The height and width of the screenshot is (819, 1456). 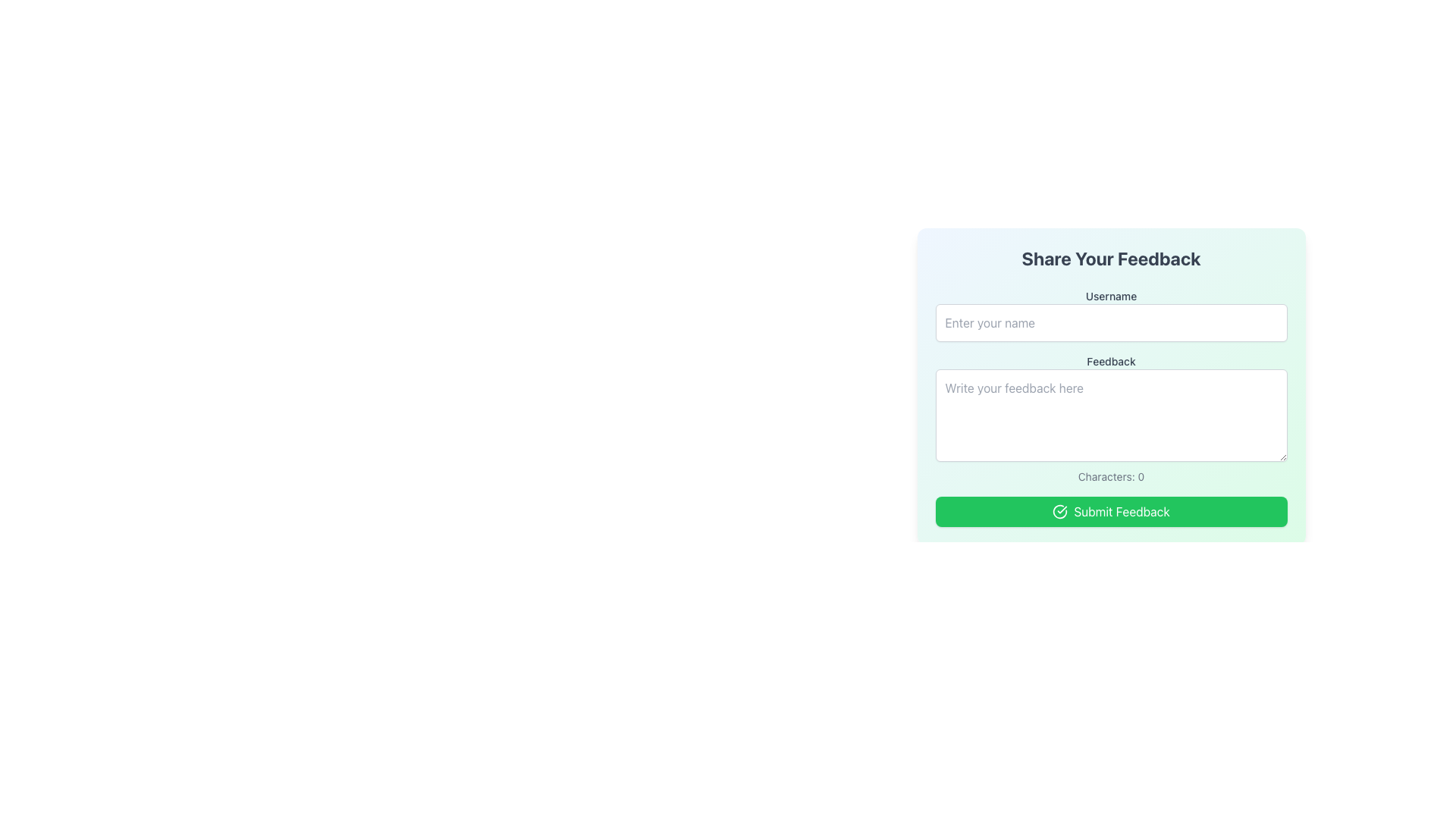 I want to click on the Text Area Input below the 'Feedback' label to highlight it for user input, so click(x=1111, y=419).